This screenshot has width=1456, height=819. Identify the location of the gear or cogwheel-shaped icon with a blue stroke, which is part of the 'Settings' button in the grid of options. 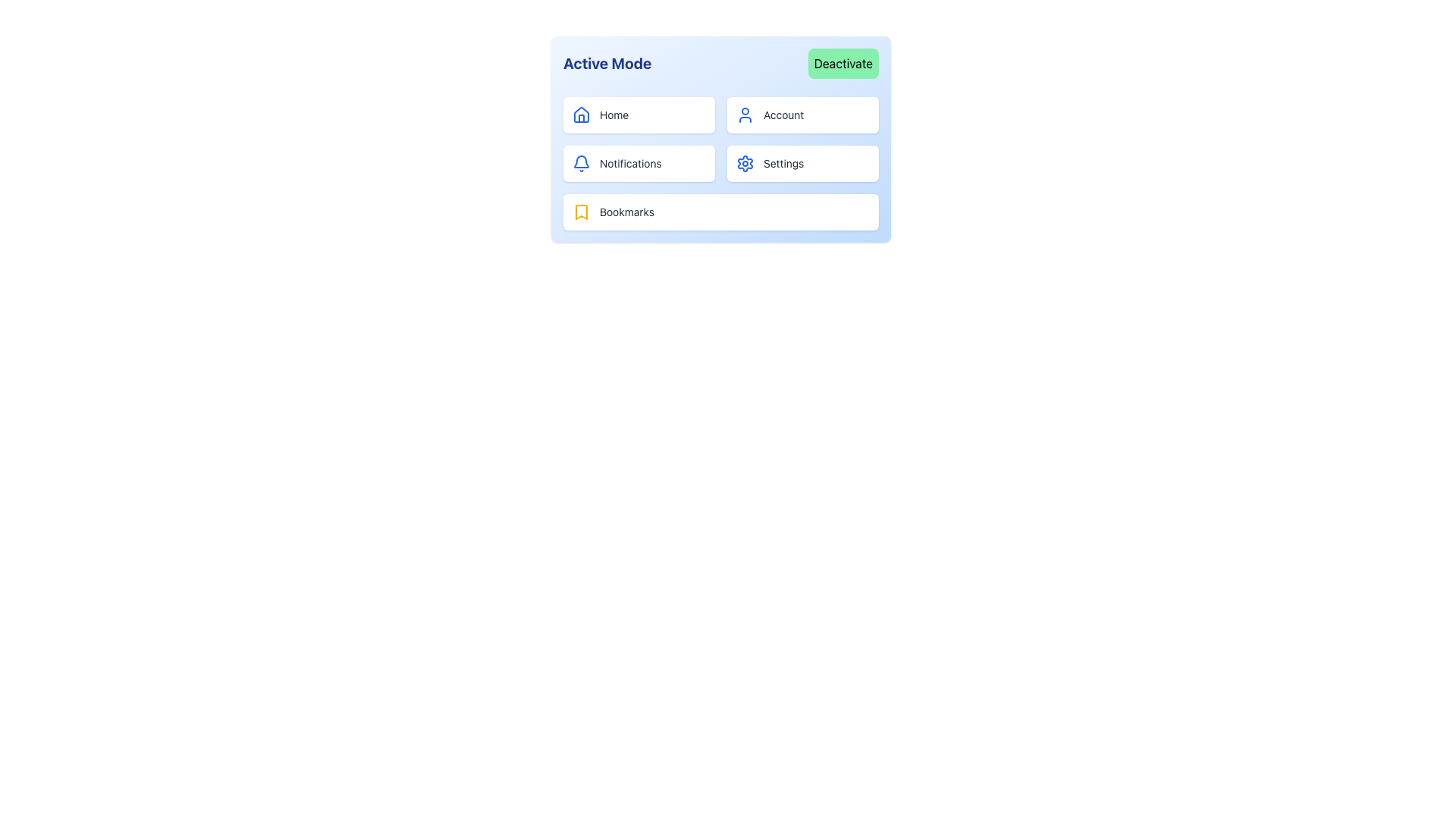
(745, 164).